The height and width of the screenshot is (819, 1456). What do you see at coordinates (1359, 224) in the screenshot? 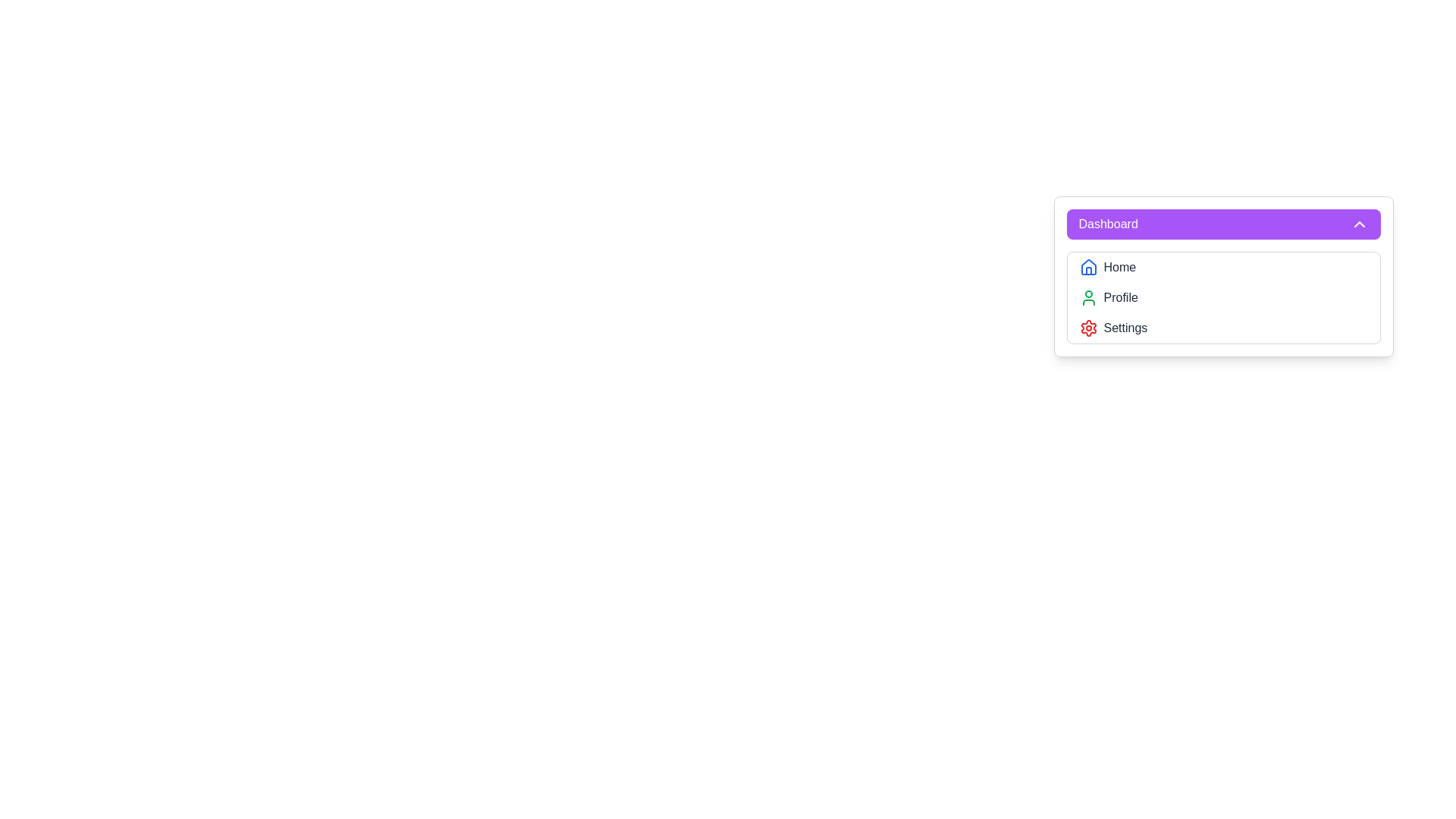
I see `the small upward-pointing triangular chevron icon outlined in white, located to the right of the 'Dashboard' header in the purple background` at bounding box center [1359, 224].